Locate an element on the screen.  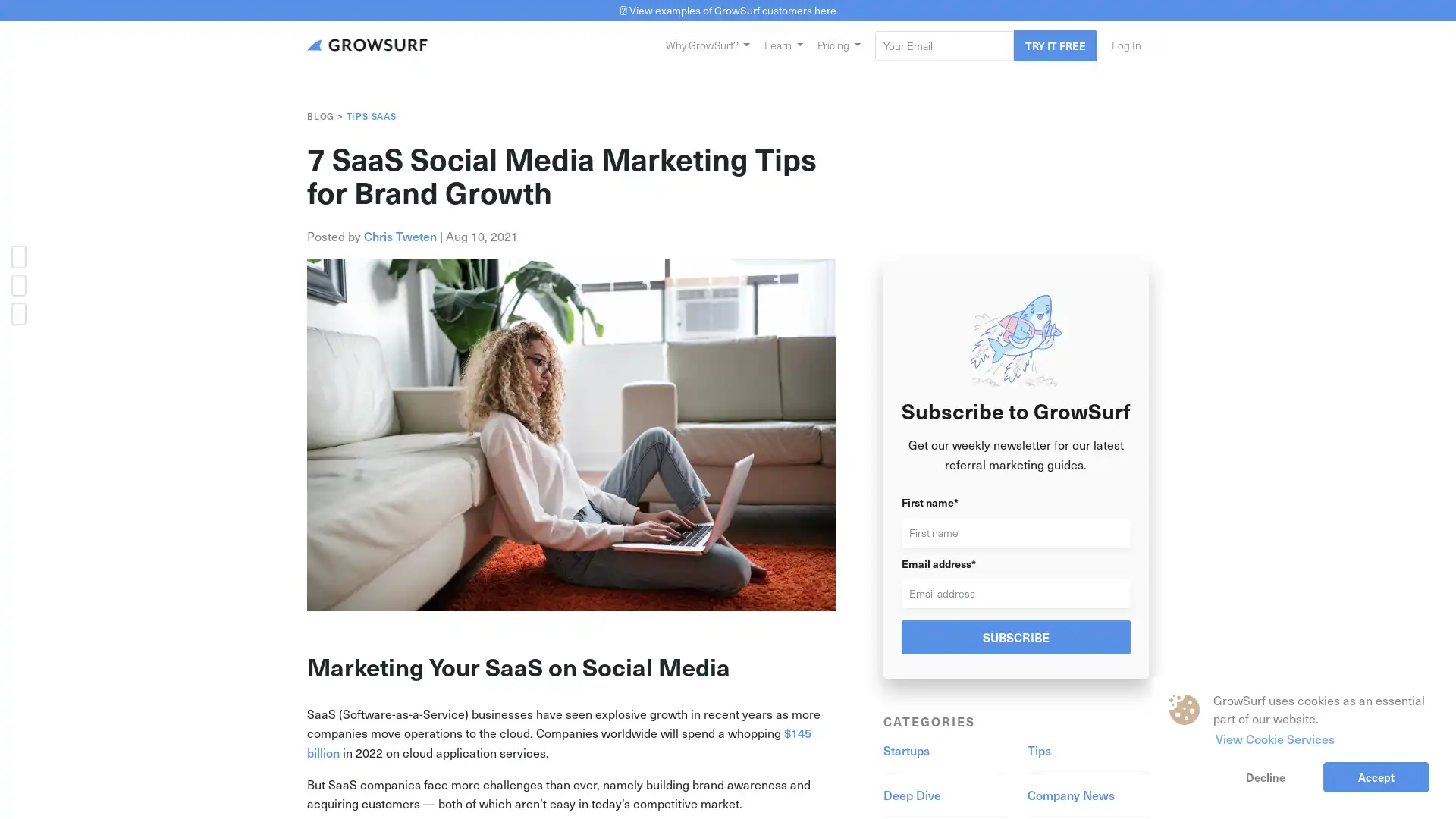
allow cookies is located at coordinates (1376, 777).